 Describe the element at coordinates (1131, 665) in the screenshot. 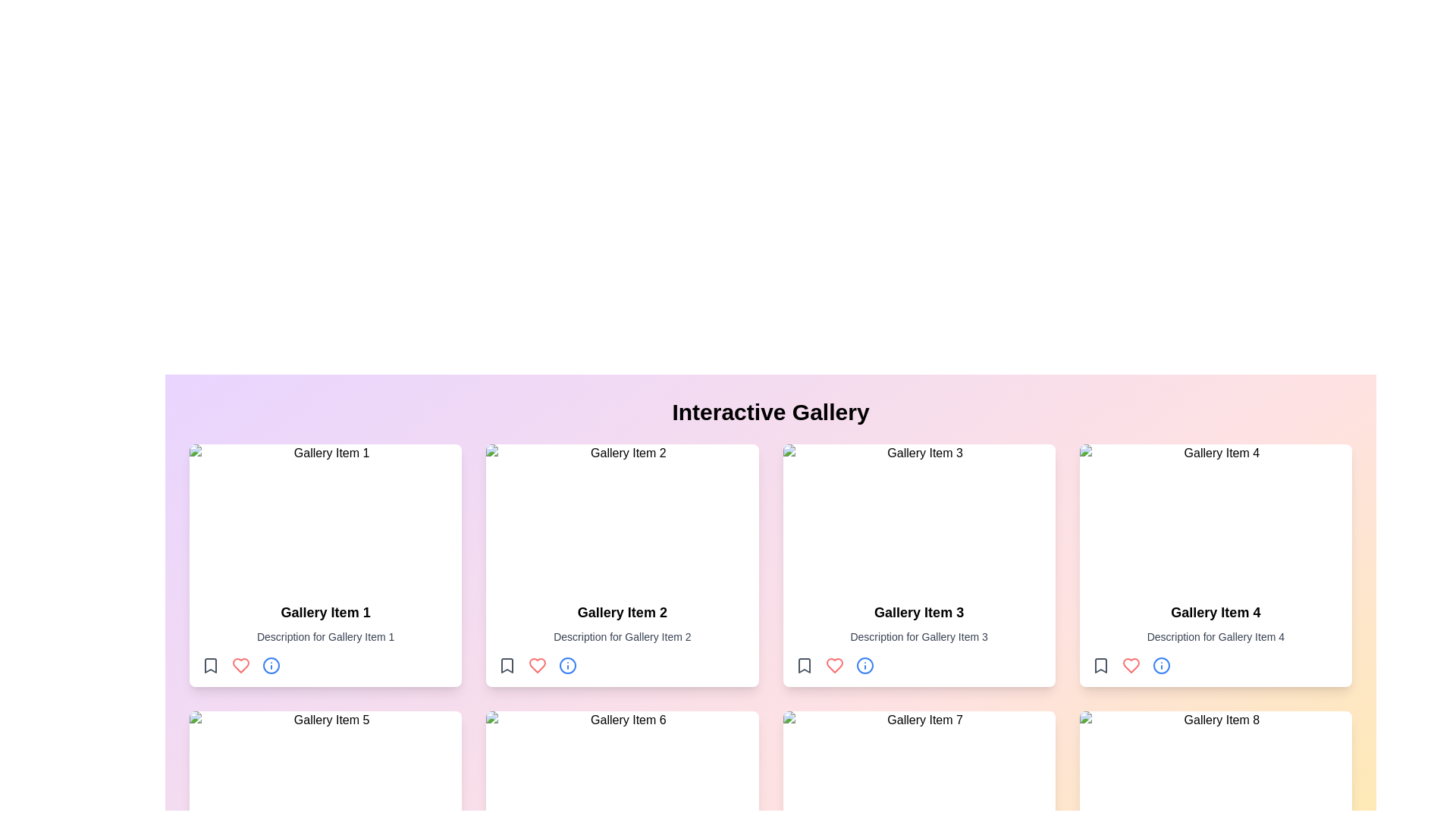

I see `the second interactive icon from the left in the group of three icons below the 'Gallery Item 4' card` at that location.